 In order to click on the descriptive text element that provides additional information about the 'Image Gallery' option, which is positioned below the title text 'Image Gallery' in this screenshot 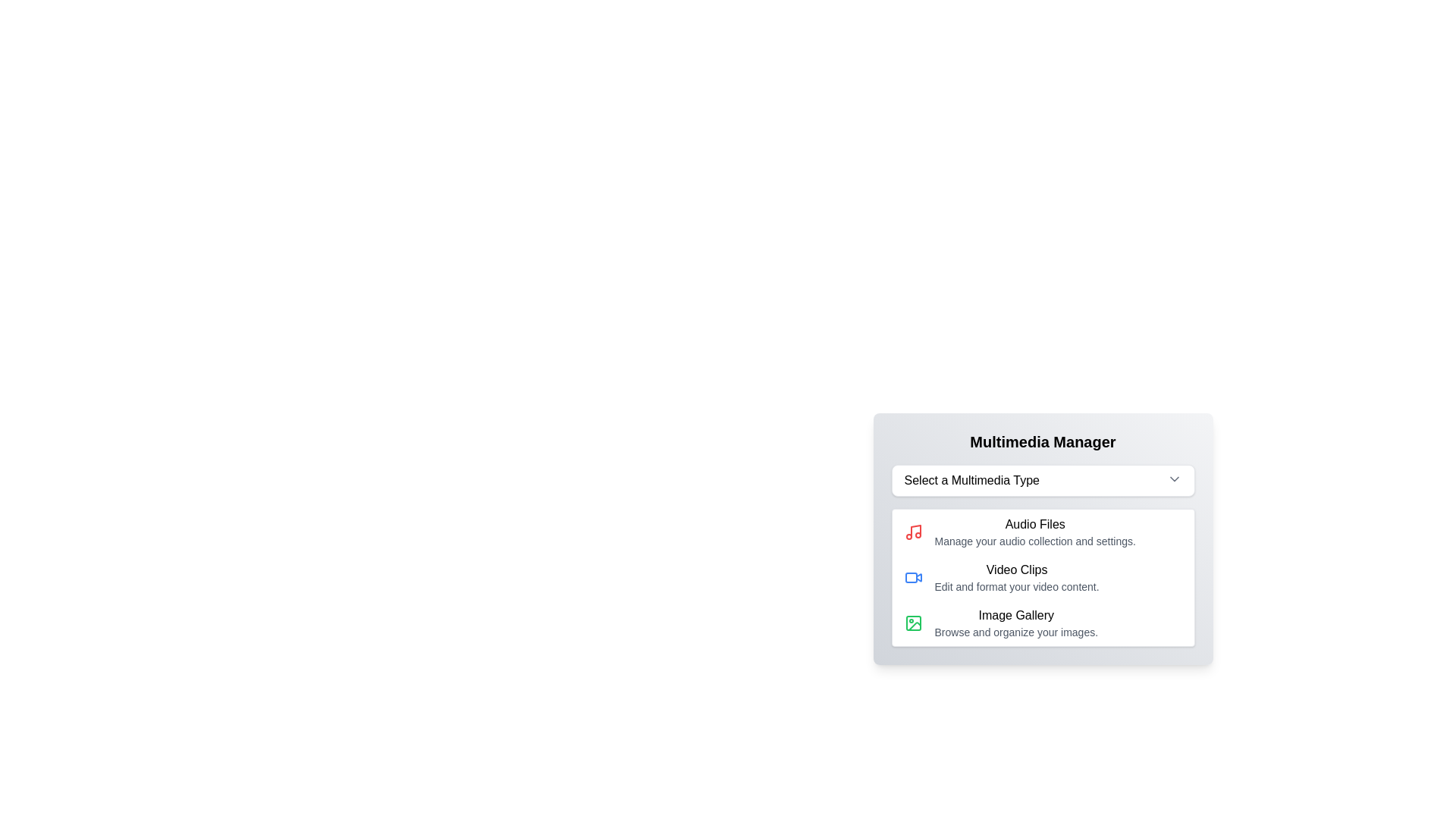, I will do `click(1016, 632)`.